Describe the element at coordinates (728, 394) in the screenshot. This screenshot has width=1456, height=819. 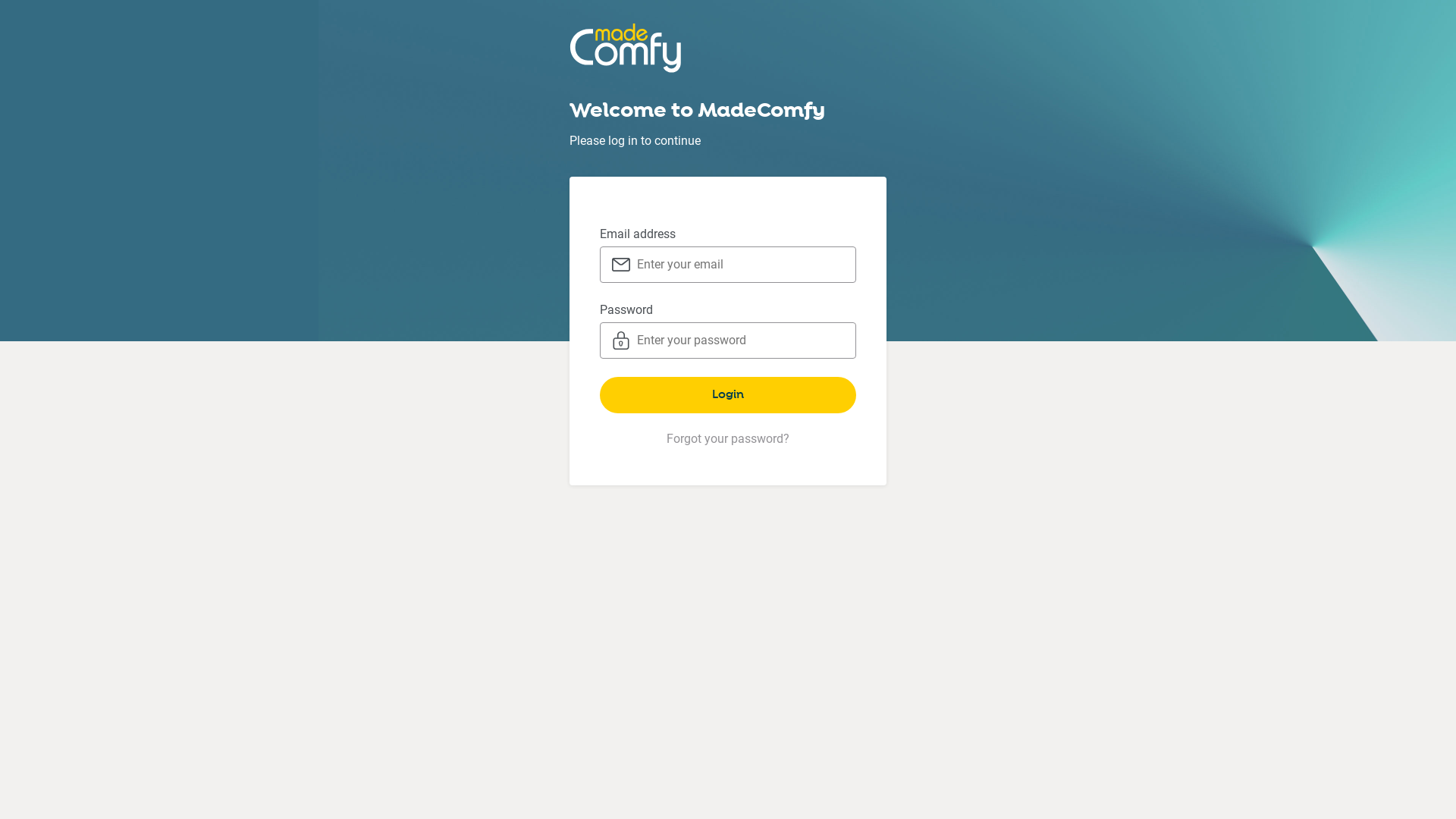
I see `'Login'` at that location.